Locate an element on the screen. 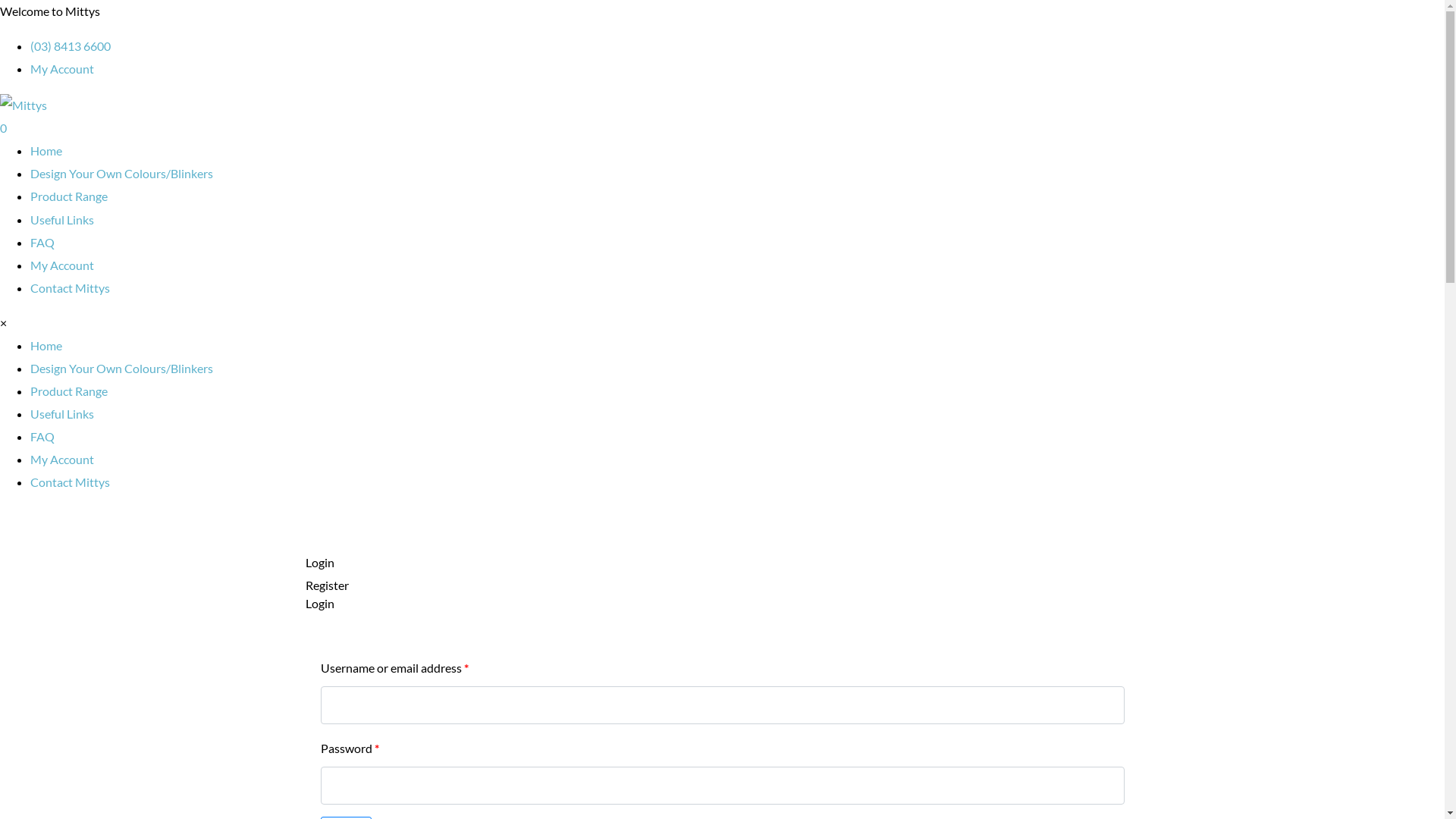  '(03) 8413 6600' is located at coordinates (69, 45).